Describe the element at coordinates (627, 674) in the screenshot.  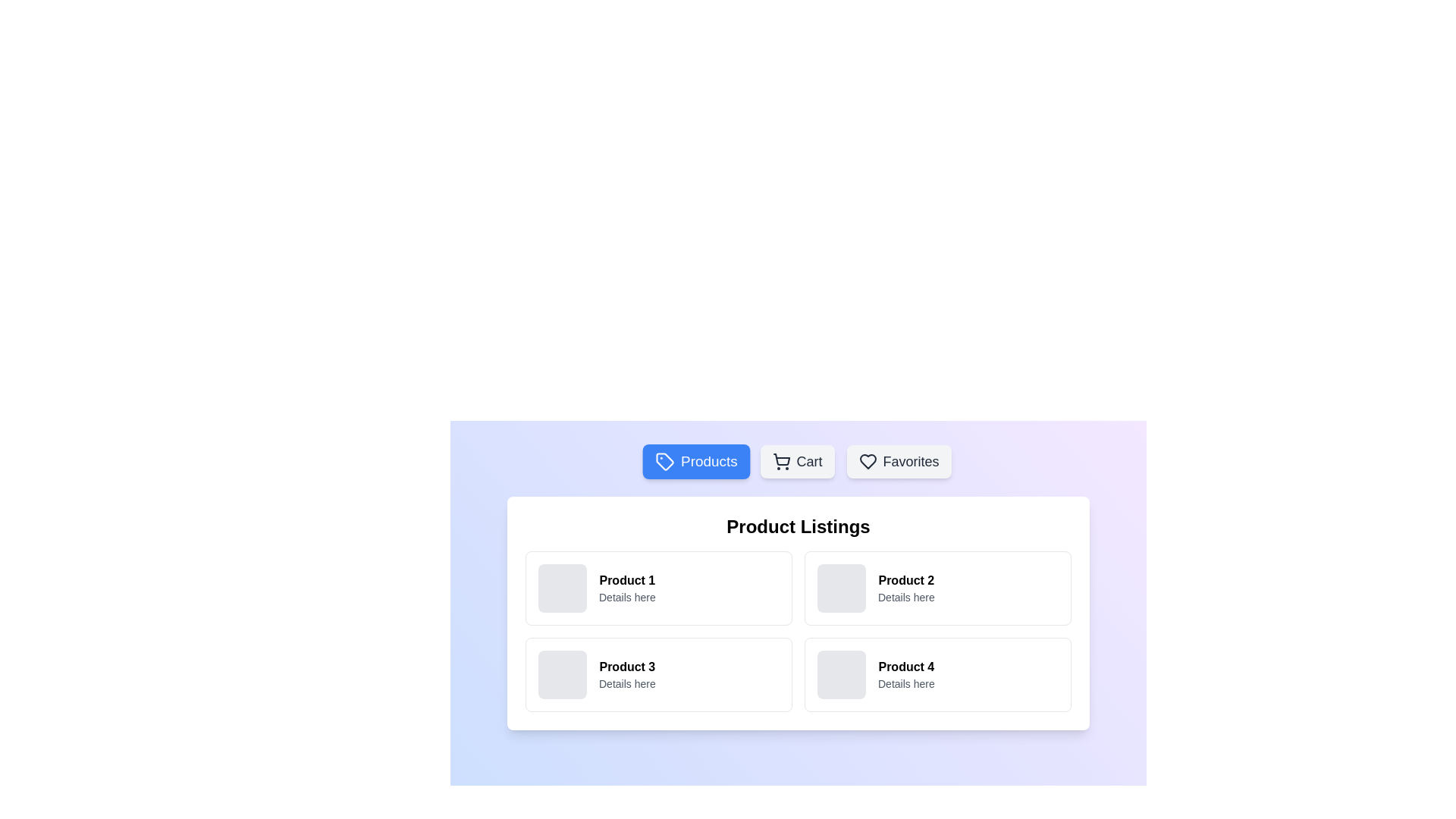
I see `the product title in the text block that provides information about a specific product, located in the bottom-left cell of a 2x2 grid layout, to the right of an image placeholder square` at that location.